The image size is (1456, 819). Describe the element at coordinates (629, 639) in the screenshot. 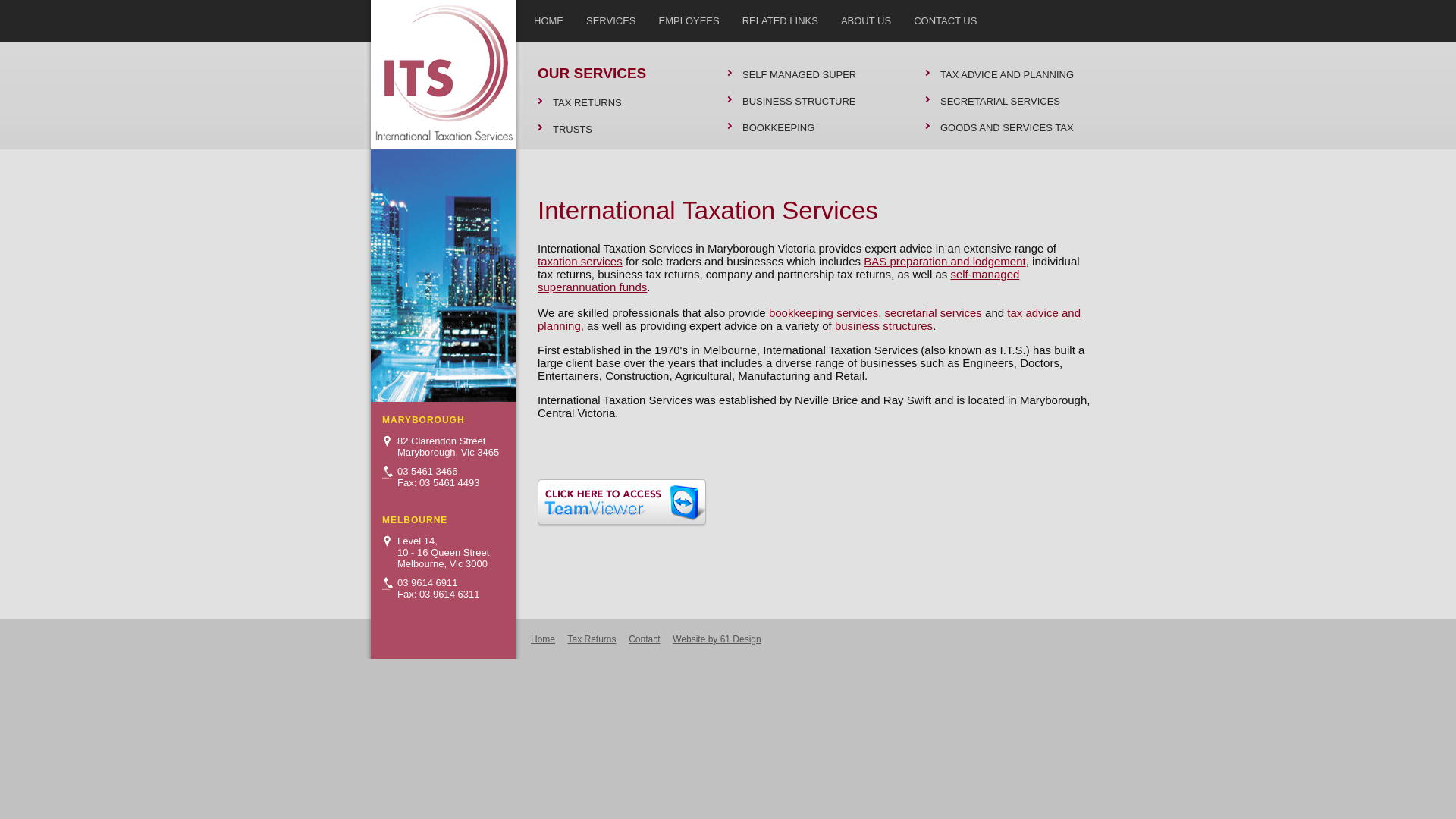

I see `'Contact'` at that location.